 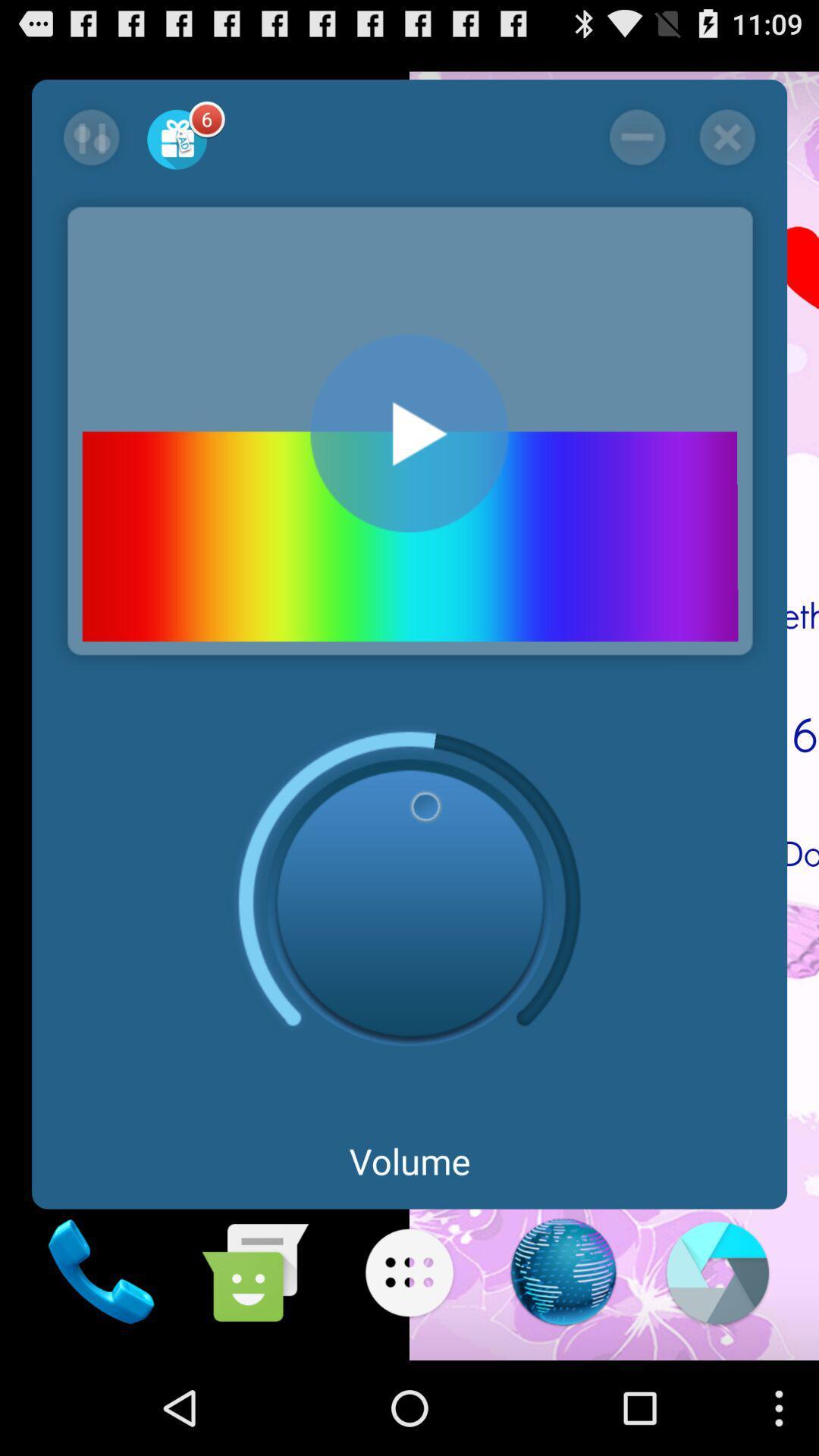 I want to click on the sliders icon, so click(x=91, y=146).